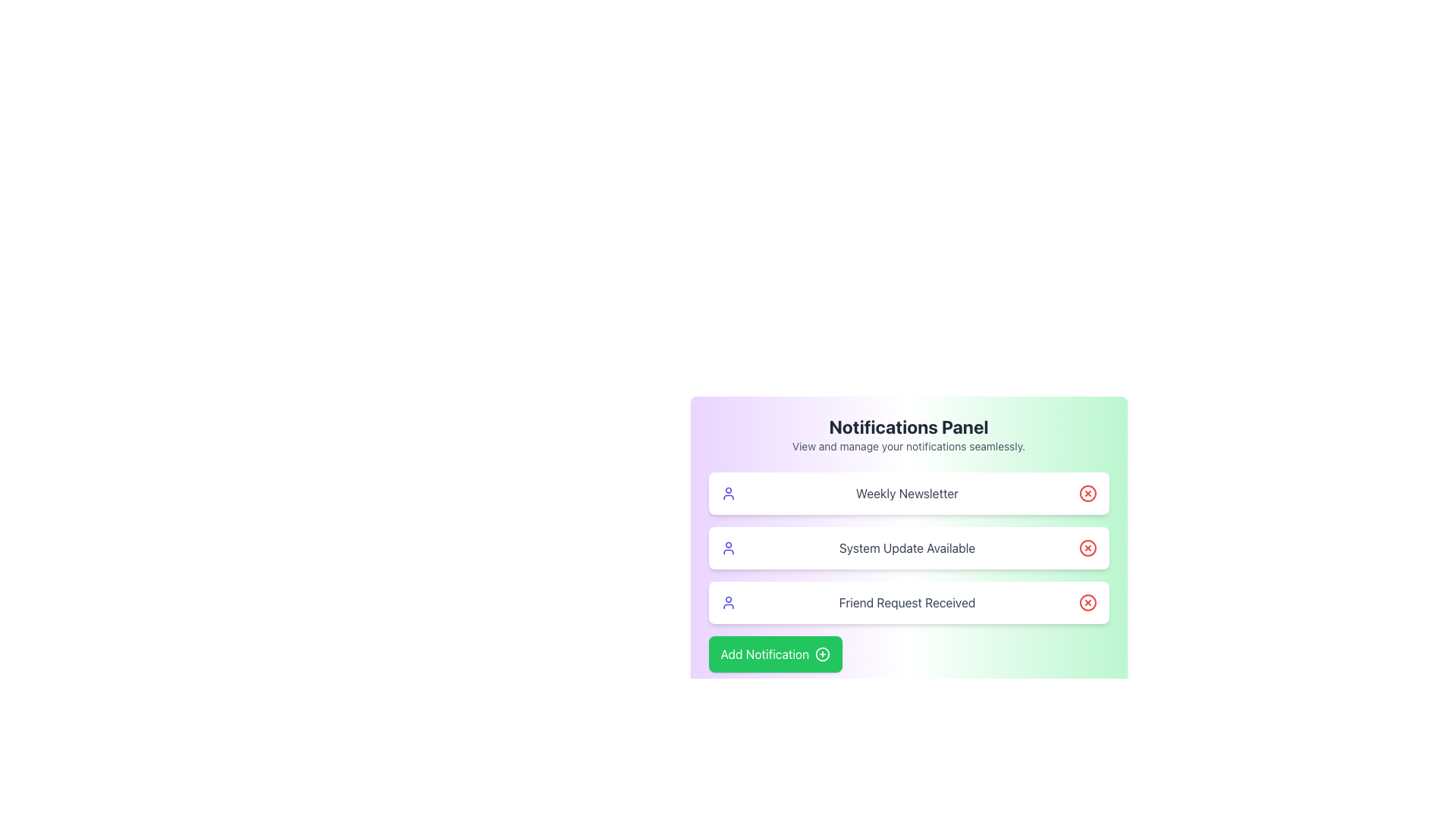 The image size is (1456, 819). What do you see at coordinates (1087, 601) in the screenshot?
I see `the red circular Close button with a white cross, located at the far right of the 'Friend Request Received' notification row` at bounding box center [1087, 601].